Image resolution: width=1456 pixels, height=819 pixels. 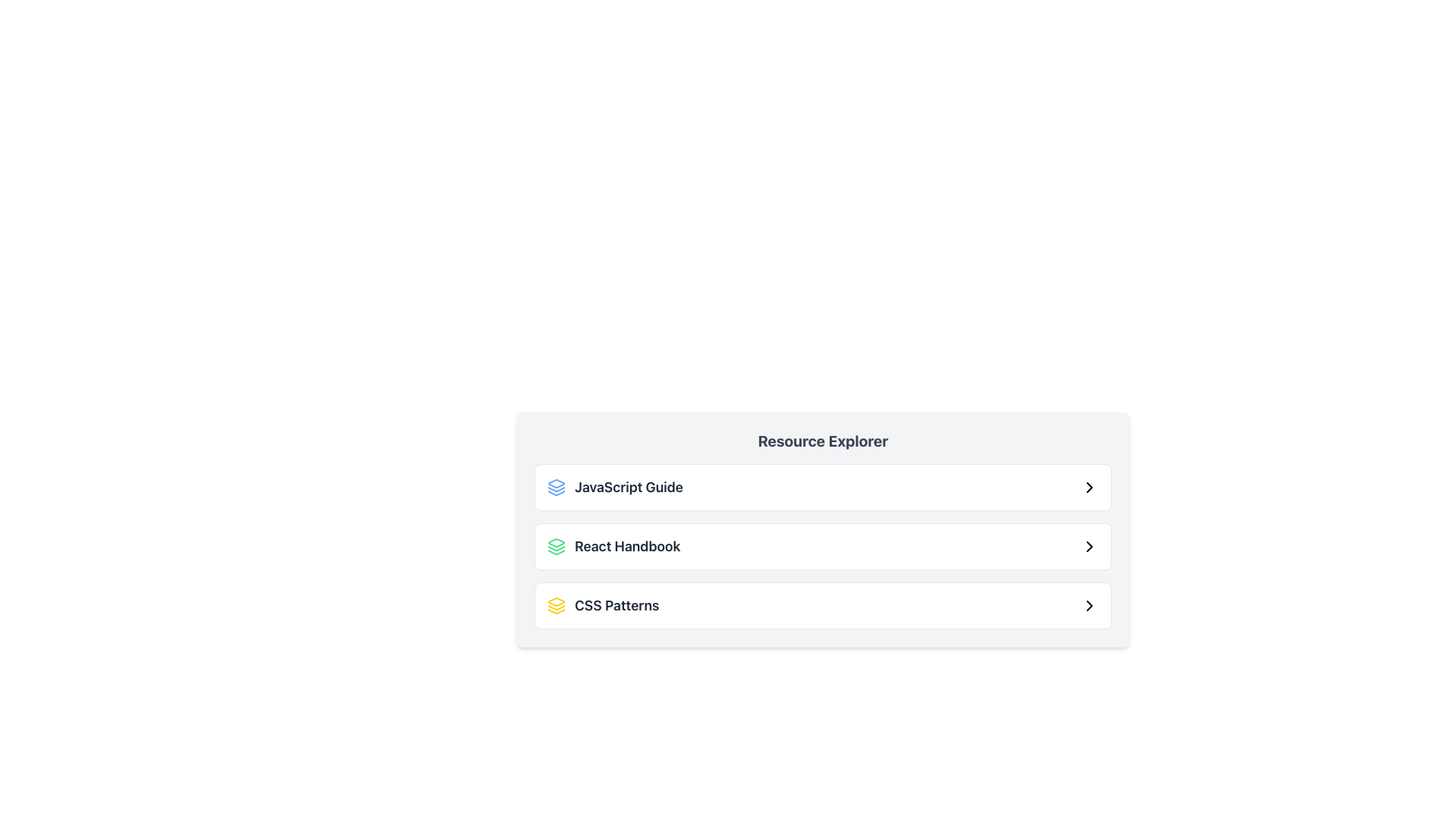 I want to click on the 'JavaScript Guide' element, which is represented by an icon and a textual label at the top-left corner of the list, to initiate navigation, so click(x=615, y=488).